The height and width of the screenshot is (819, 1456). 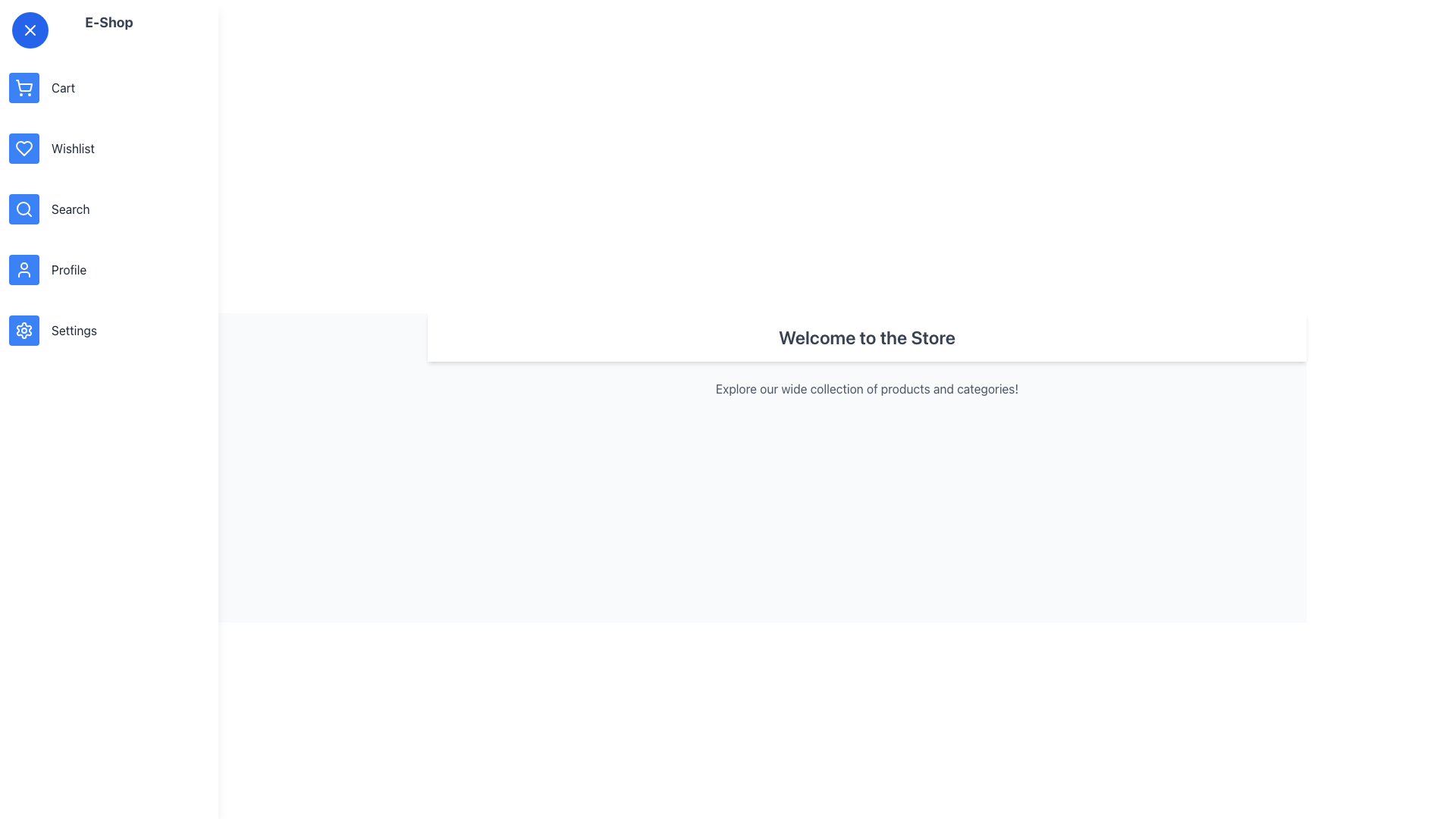 What do you see at coordinates (24, 87) in the screenshot?
I see `the shopping cart icon located in the vertical navigation menu, directly below the 'E-Shop' label` at bounding box center [24, 87].